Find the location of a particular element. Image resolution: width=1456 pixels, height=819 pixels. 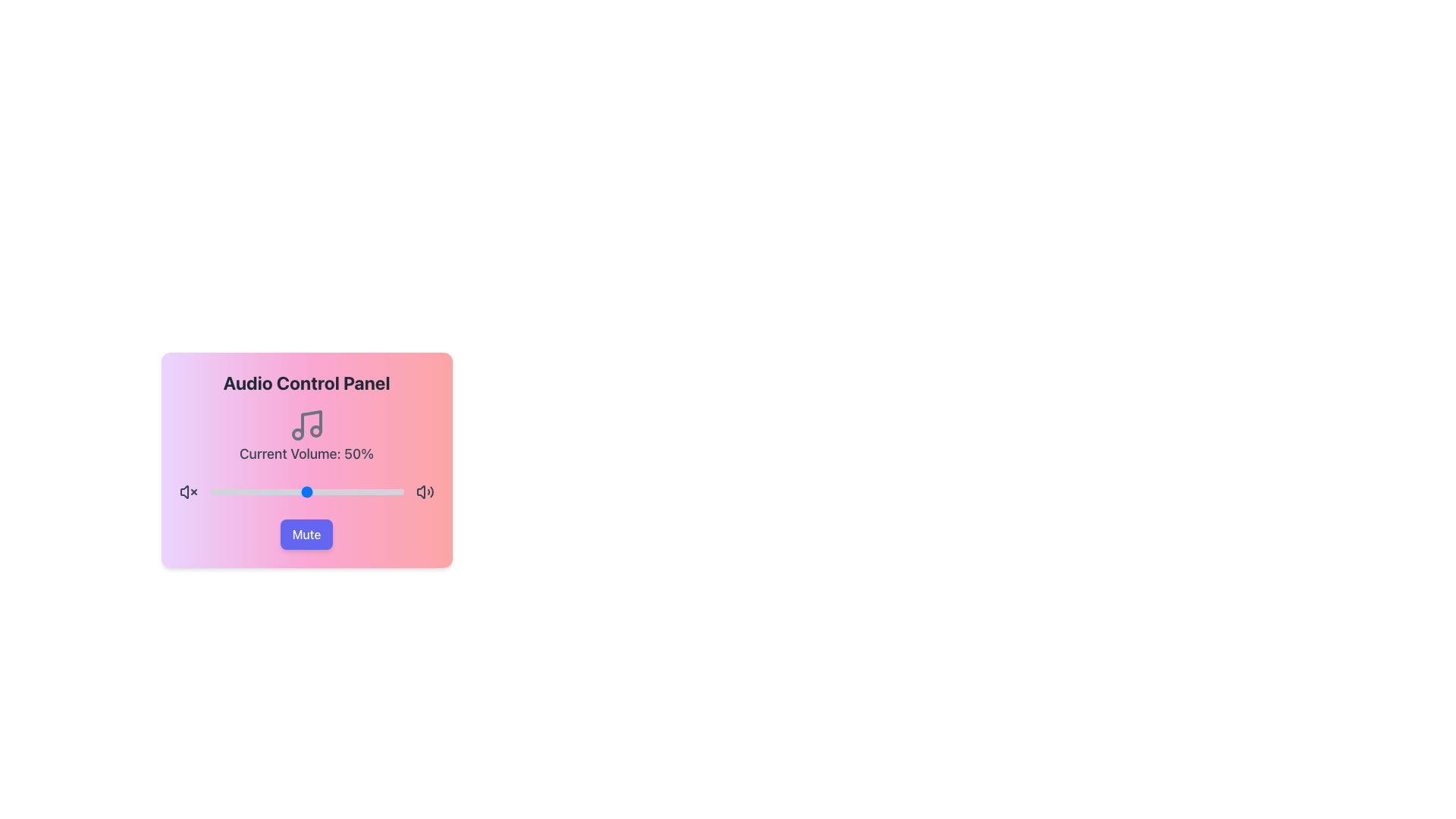

the volume is located at coordinates (269, 491).